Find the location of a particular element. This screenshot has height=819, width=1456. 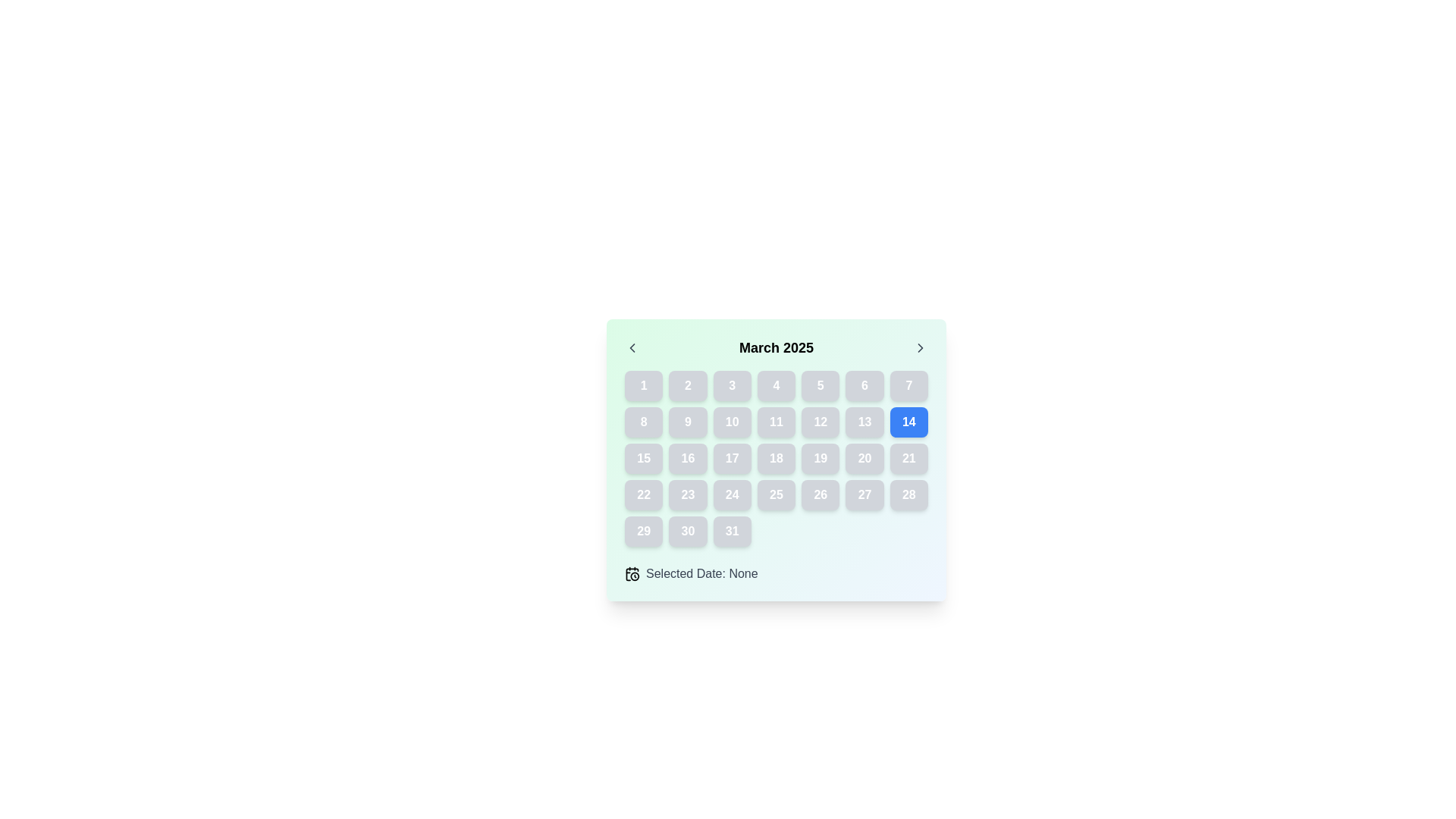

the button is located at coordinates (732, 422).